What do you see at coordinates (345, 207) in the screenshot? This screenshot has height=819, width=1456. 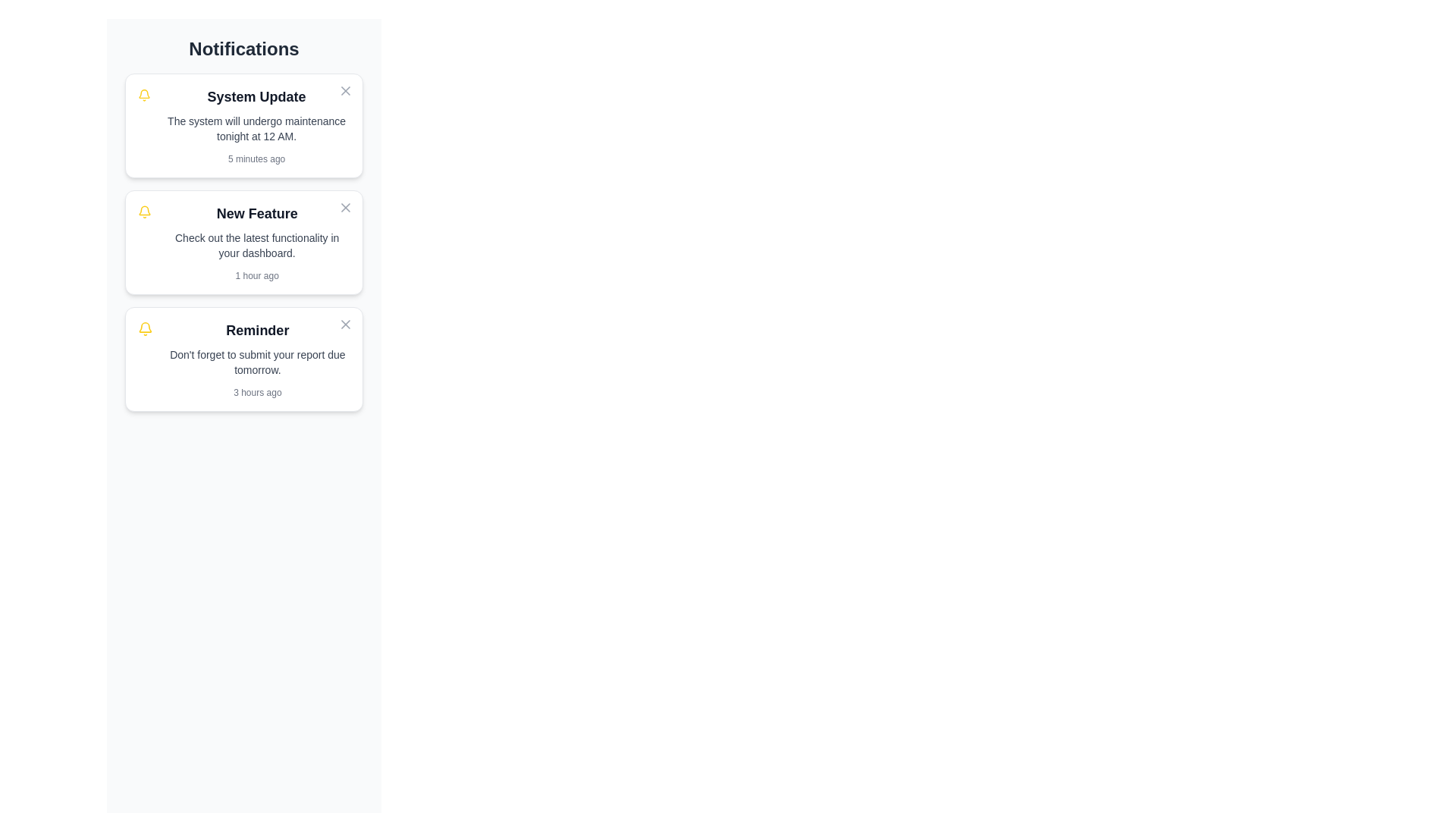 I see `the small vector graphic line element that is part of the cross icon` at bounding box center [345, 207].